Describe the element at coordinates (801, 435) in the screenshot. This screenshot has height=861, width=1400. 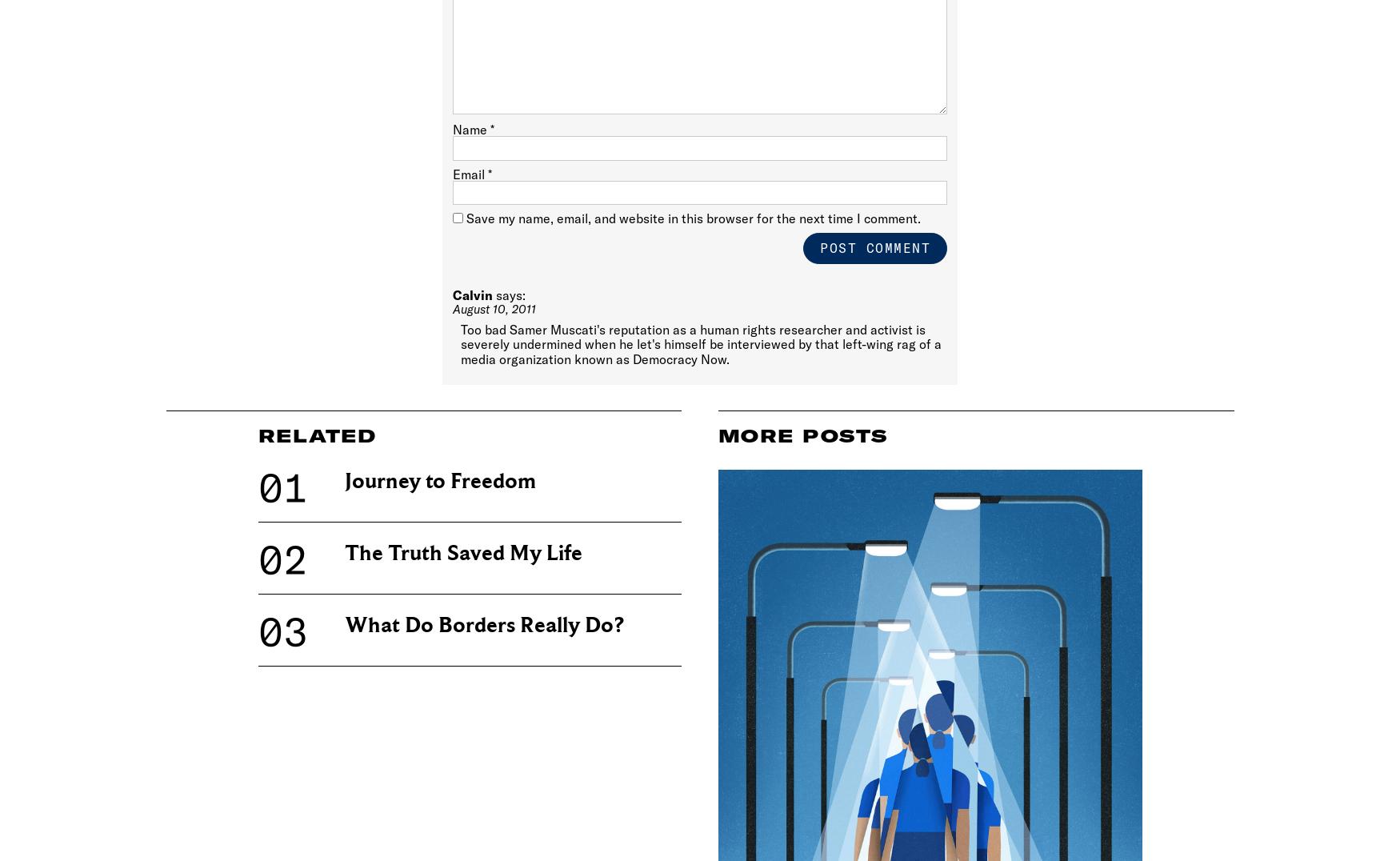
I see `'More Posts'` at that location.